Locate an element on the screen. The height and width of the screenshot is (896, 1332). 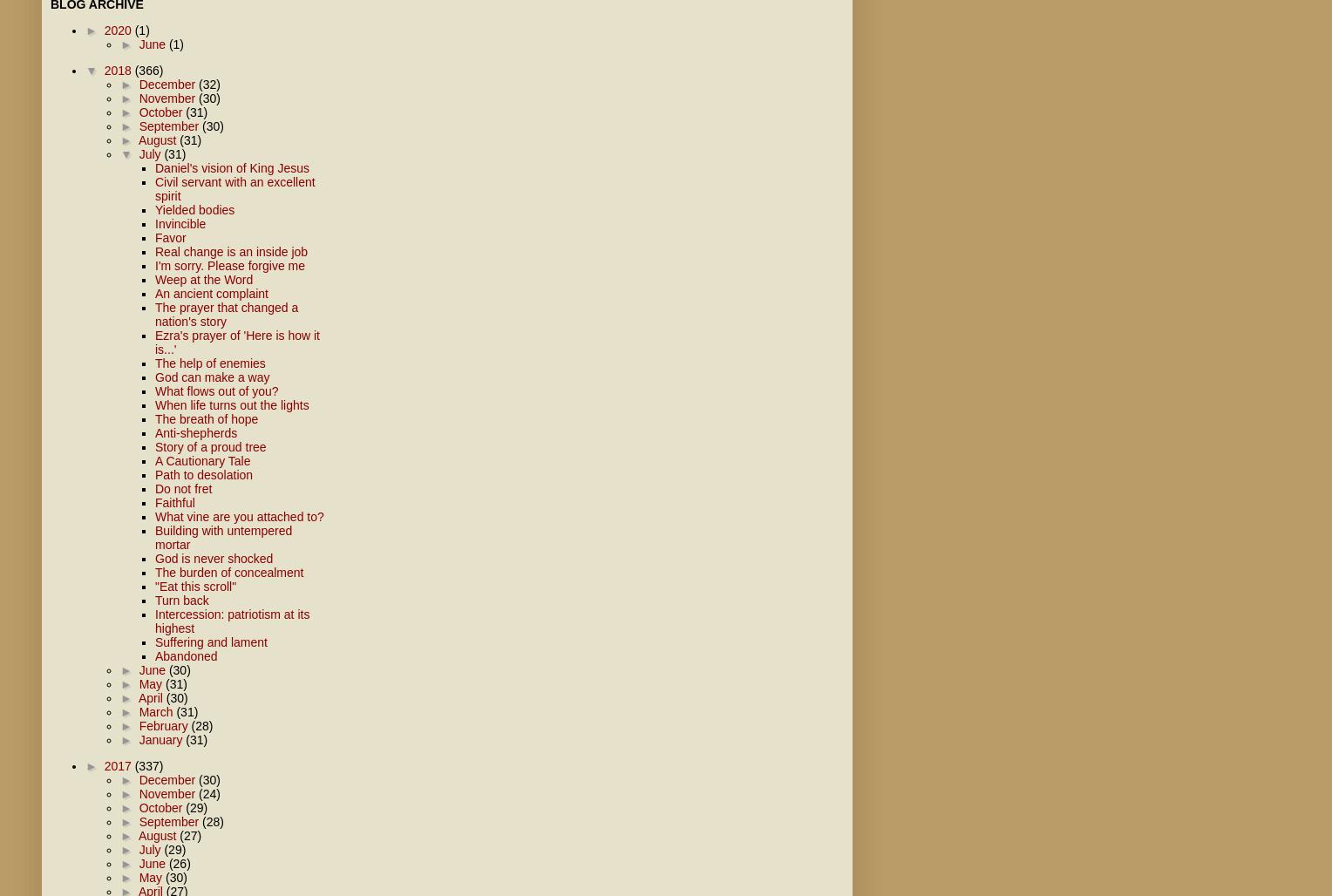
'Ezra's prayer of 'Here is how it is...'' is located at coordinates (236, 343).